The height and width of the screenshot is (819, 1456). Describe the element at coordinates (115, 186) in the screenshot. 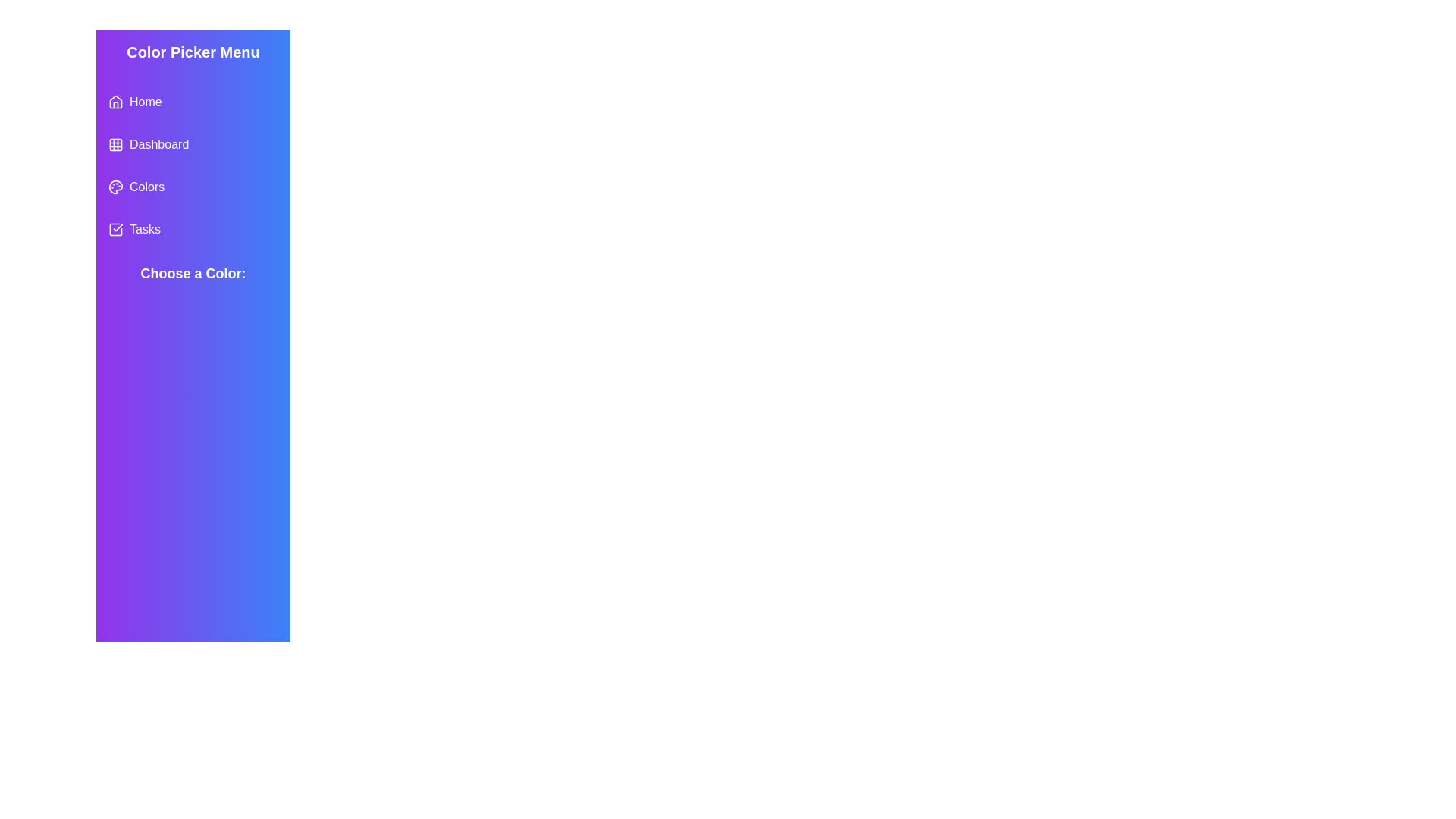

I see `the 'Colors' icon located on the left sidebar, positioned between 'Dashboard' and 'Tasks'` at that location.